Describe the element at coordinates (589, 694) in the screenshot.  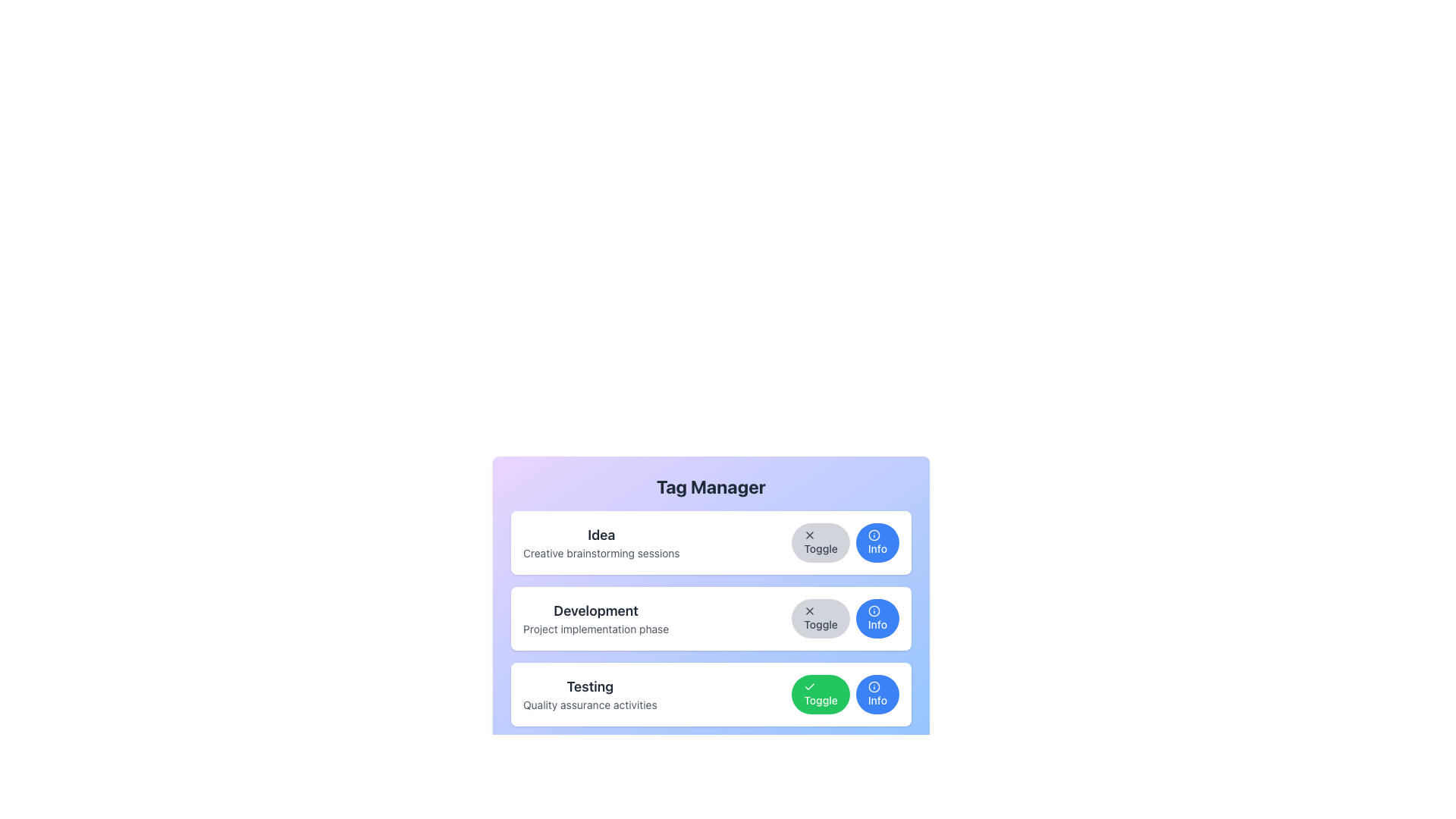
I see `text from the section containing the heading 'Testing' and the description 'Quality assurance activities', which is located in the lower portion of the main content area, between the 'Development' section and the interaction area with buttons` at that location.